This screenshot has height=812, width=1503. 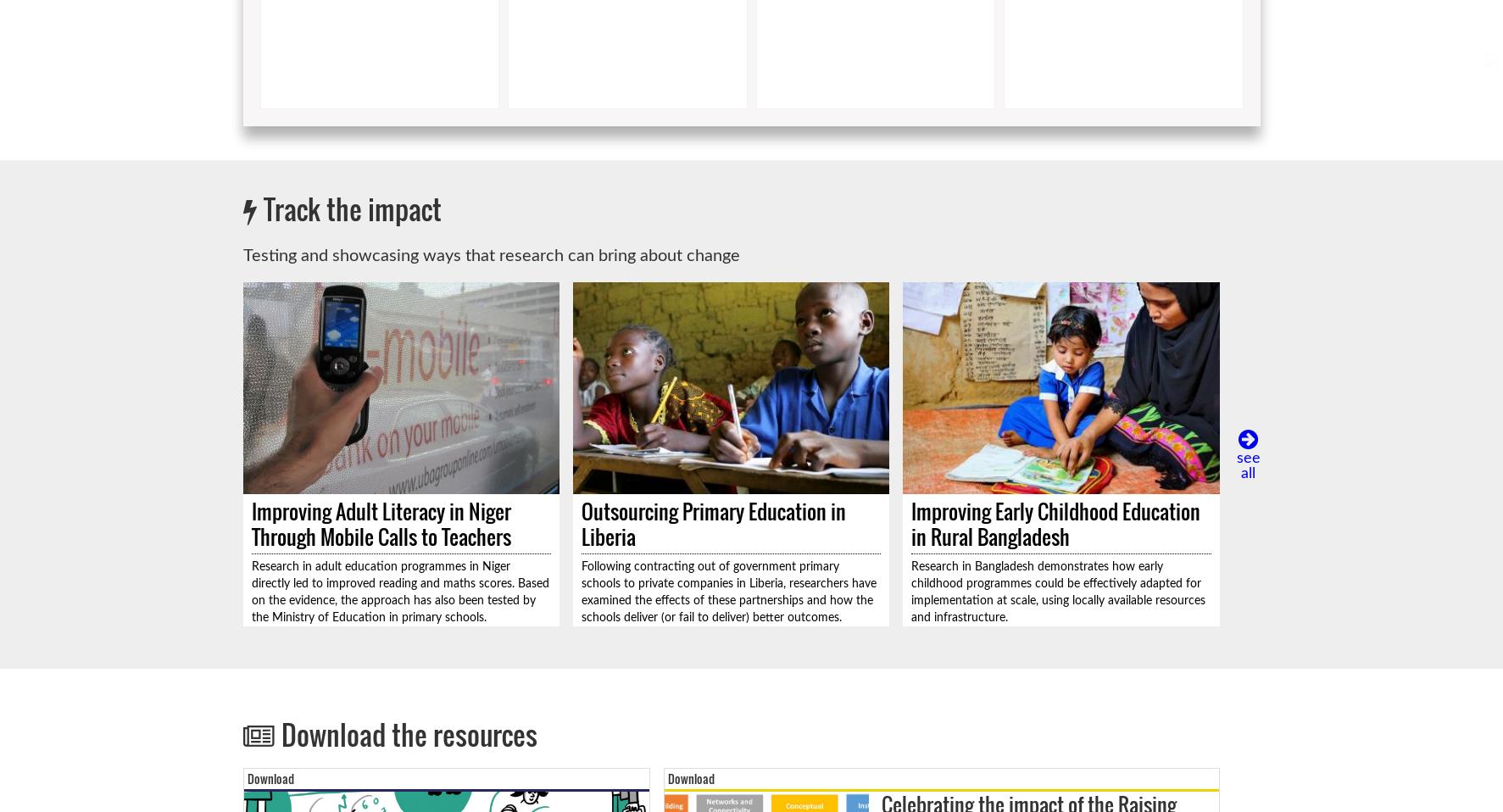 I want to click on 'Track the impact', so click(x=262, y=209).